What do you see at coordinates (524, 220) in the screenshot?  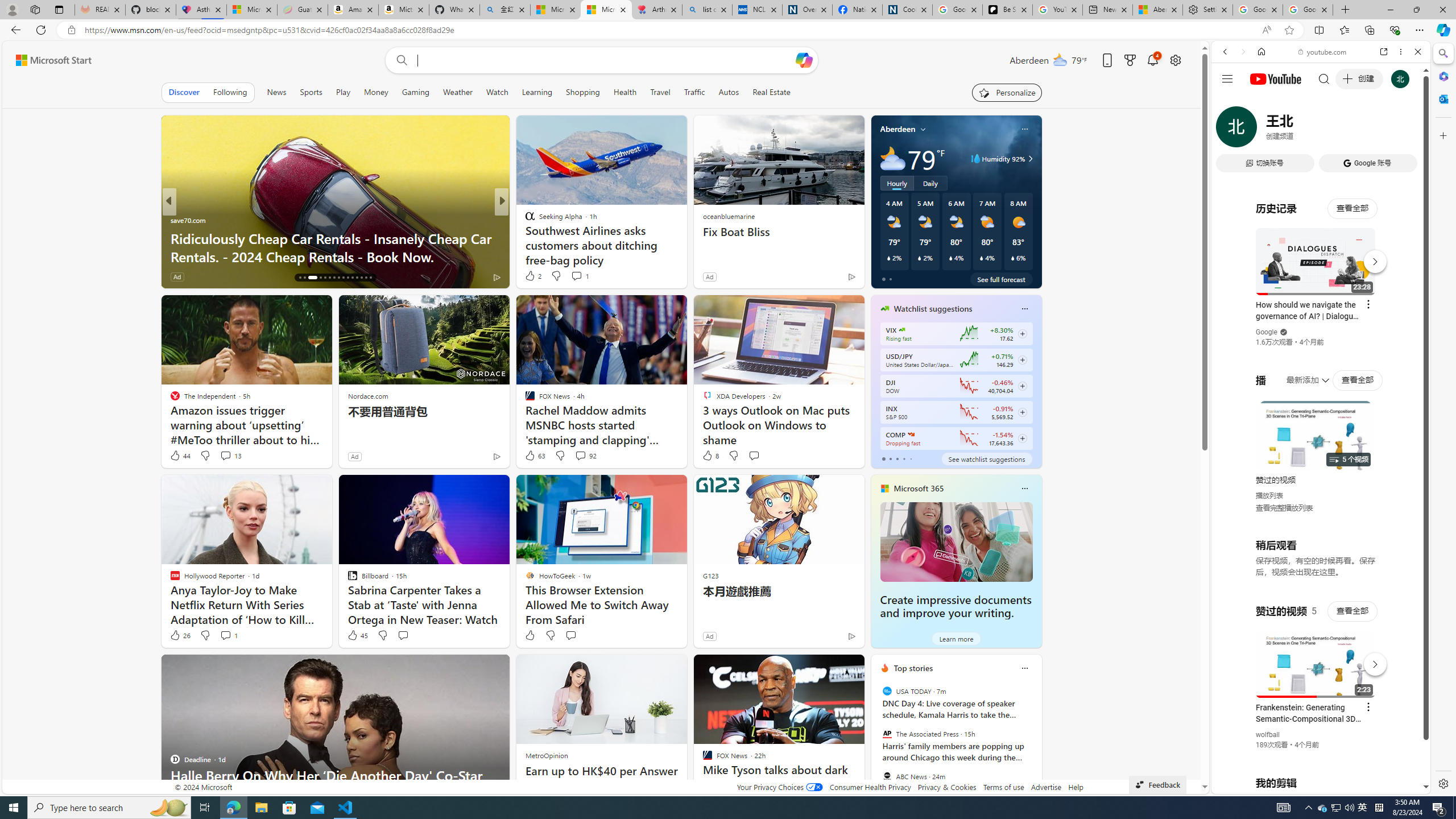 I see `'Inverse'` at bounding box center [524, 220].